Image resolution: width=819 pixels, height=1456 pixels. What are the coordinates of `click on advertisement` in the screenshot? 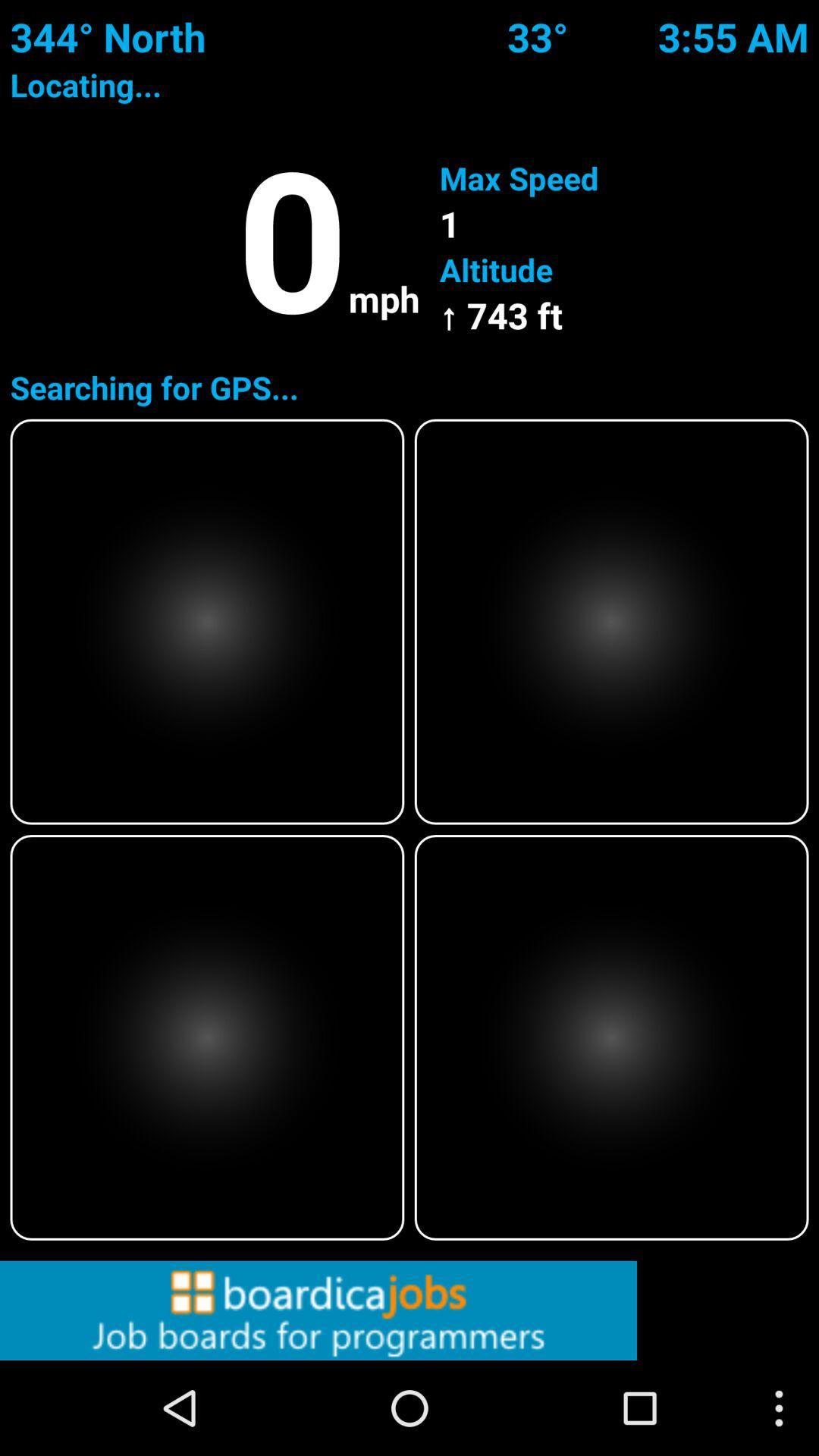 It's located at (409, 1310).